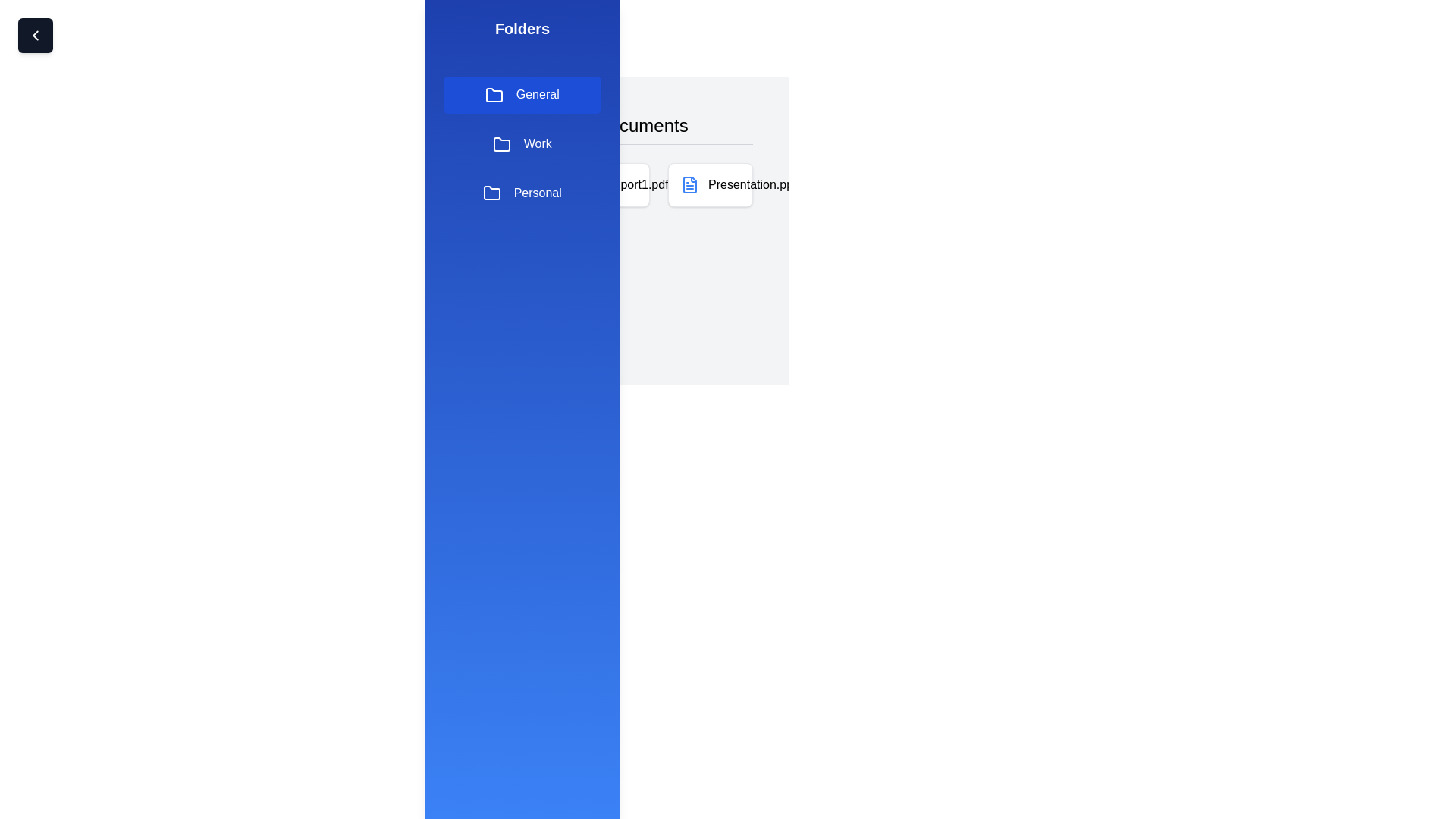 The height and width of the screenshot is (819, 1456). I want to click on the 'General' folder icon in the navigation menu, which is positioned at the topmost option under the 'Folders' section, so click(494, 95).